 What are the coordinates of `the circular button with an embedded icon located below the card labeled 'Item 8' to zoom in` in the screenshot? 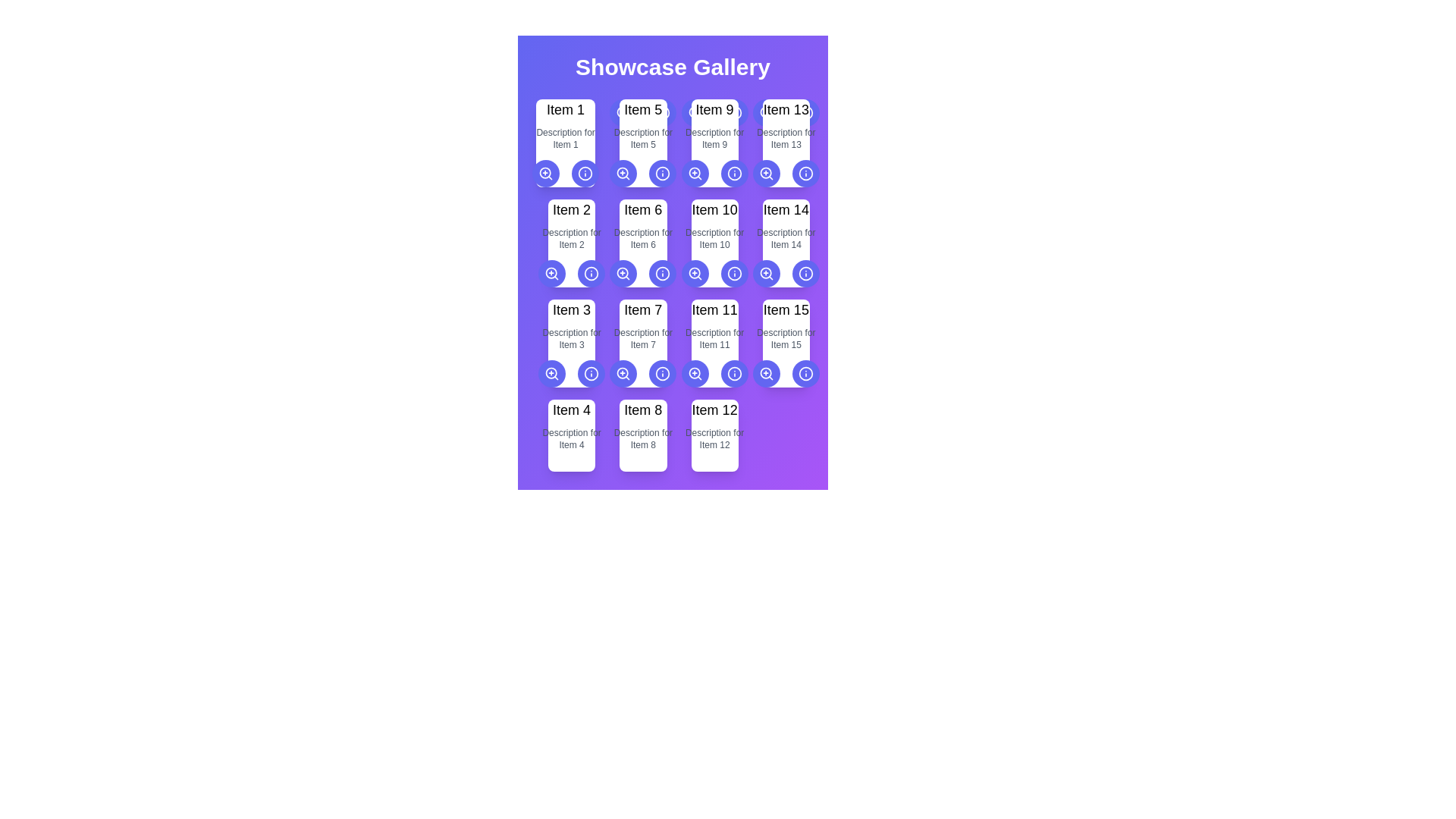 It's located at (694, 374).